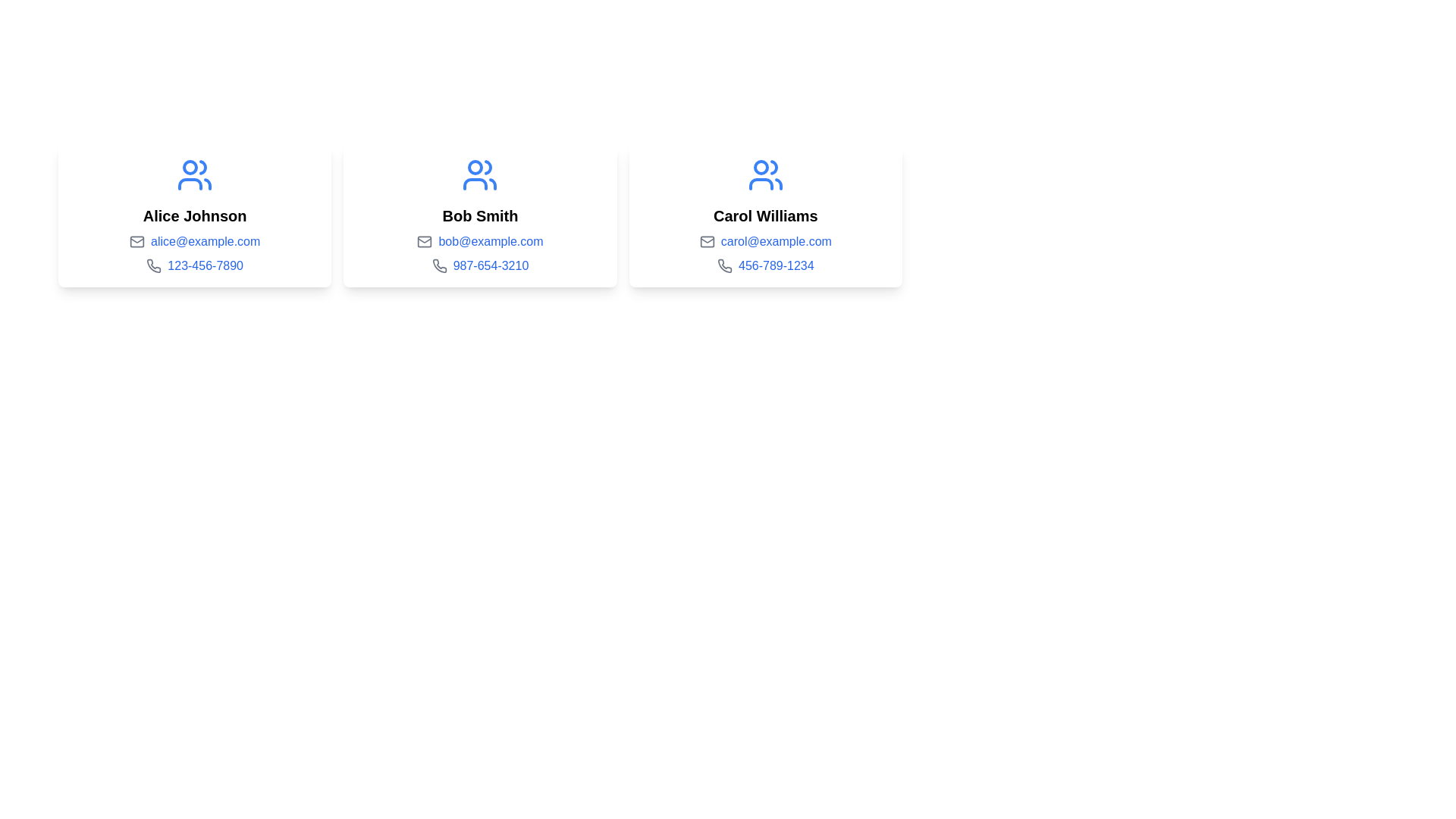 This screenshot has width=1456, height=819. I want to click on the hyperlink for 'carol@example.com' located, so click(776, 241).